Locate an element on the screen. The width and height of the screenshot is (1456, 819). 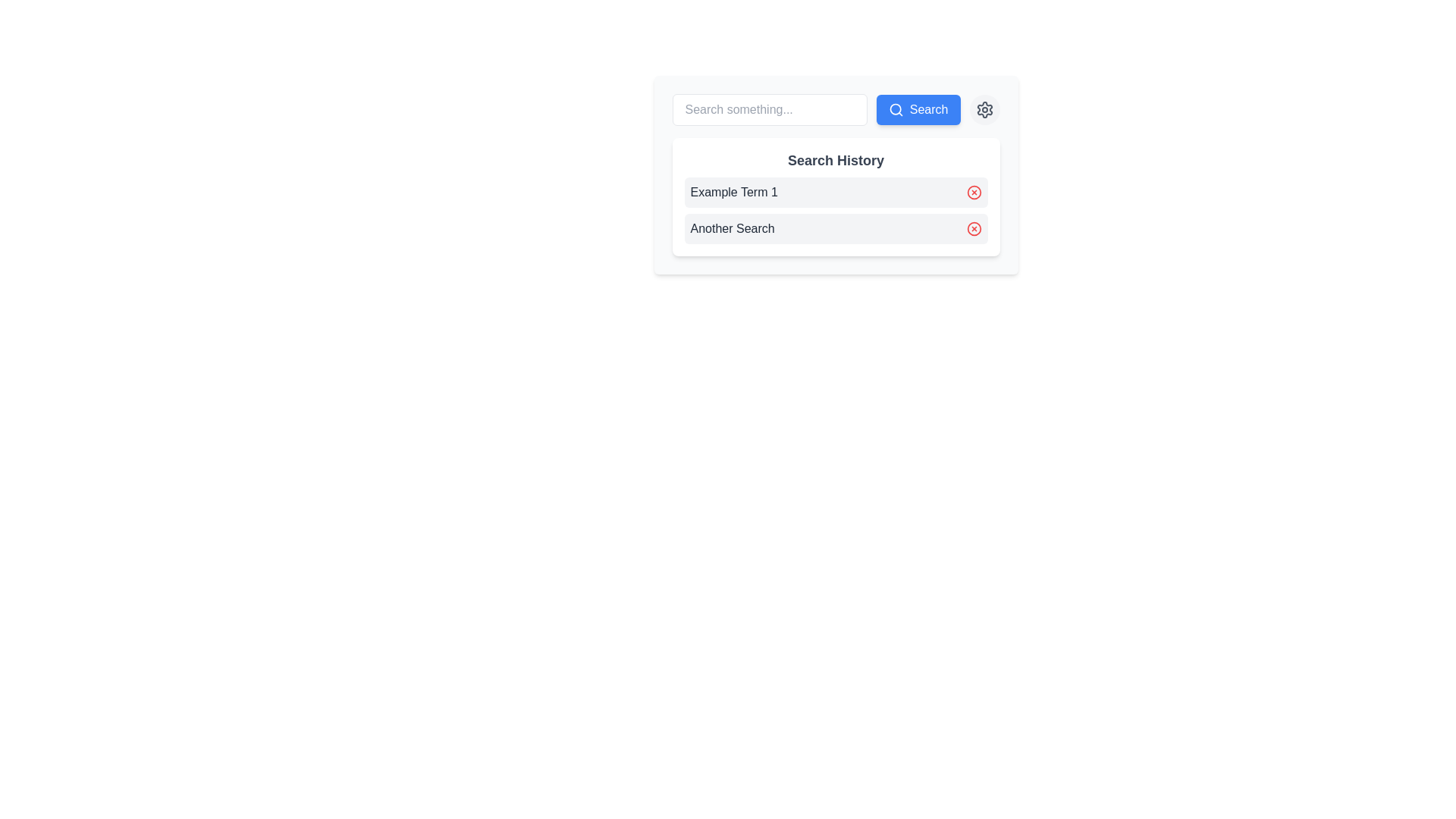
the rectangular button with a blue background and 'Search' text is located at coordinates (918, 109).